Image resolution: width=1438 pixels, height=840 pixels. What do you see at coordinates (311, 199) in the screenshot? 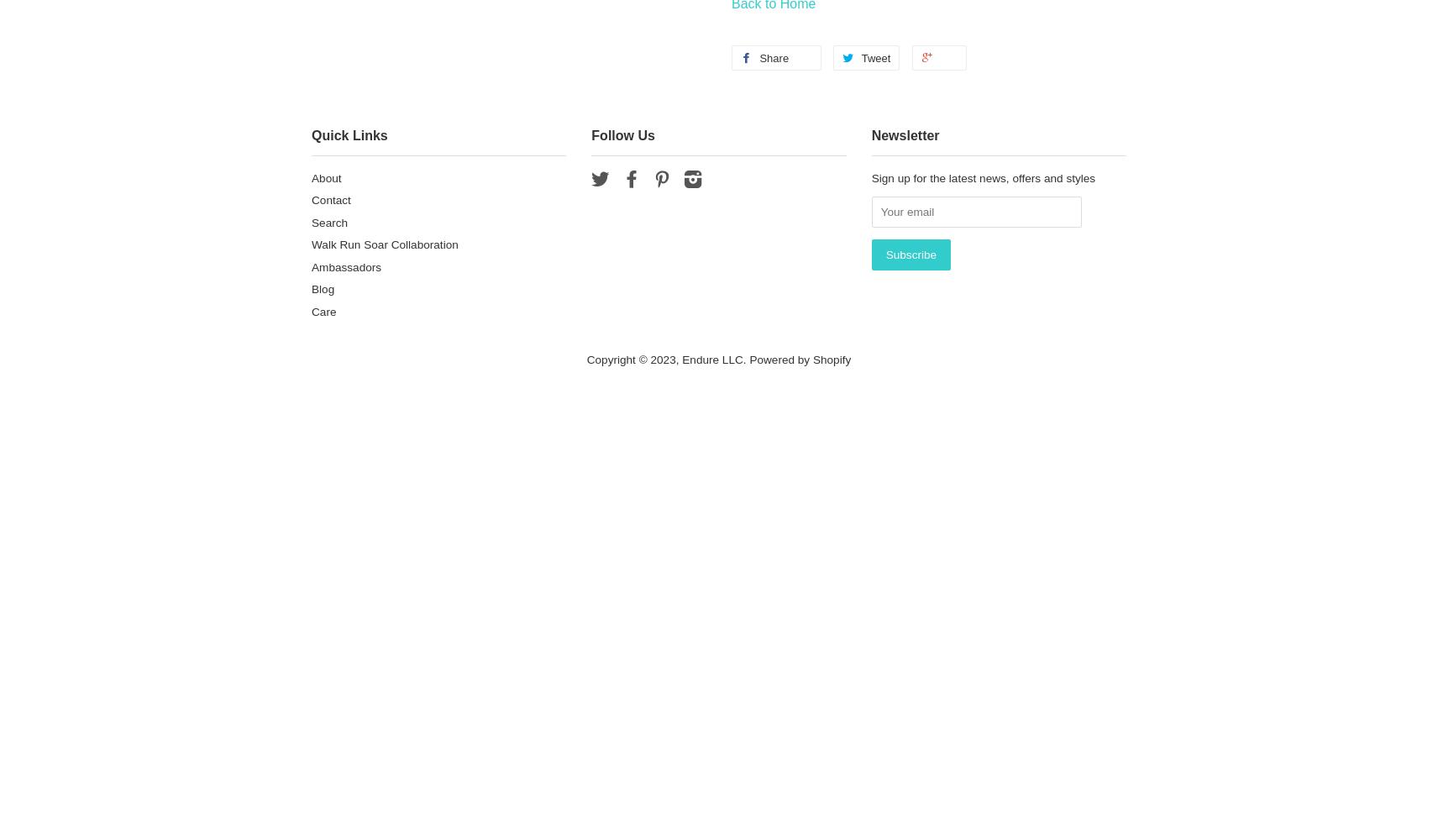
I see `'Contact'` at bounding box center [311, 199].